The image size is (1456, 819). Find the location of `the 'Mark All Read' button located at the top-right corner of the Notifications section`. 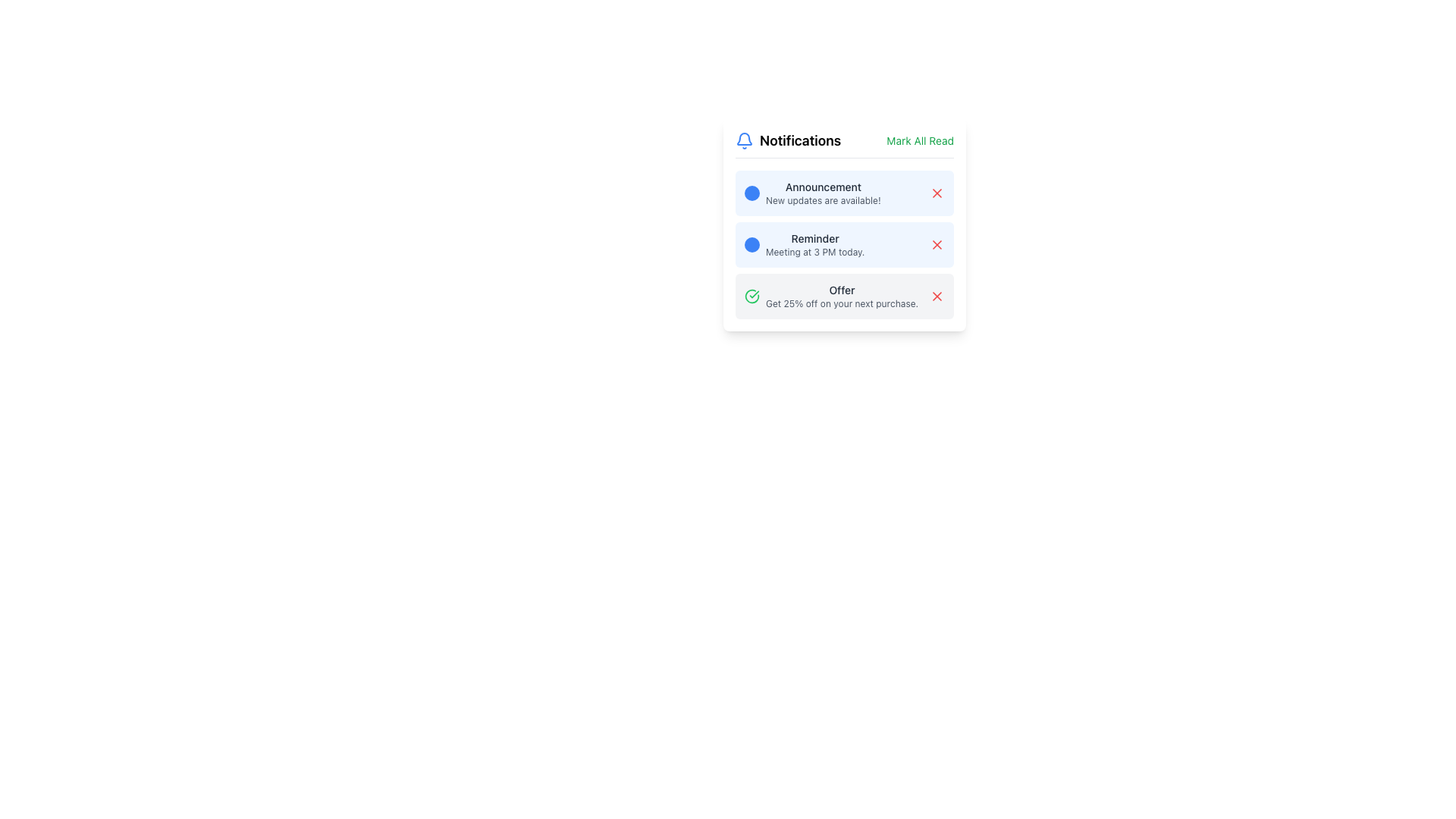

the 'Mark All Read' button located at the top-right corner of the Notifications section is located at coordinates (919, 140).